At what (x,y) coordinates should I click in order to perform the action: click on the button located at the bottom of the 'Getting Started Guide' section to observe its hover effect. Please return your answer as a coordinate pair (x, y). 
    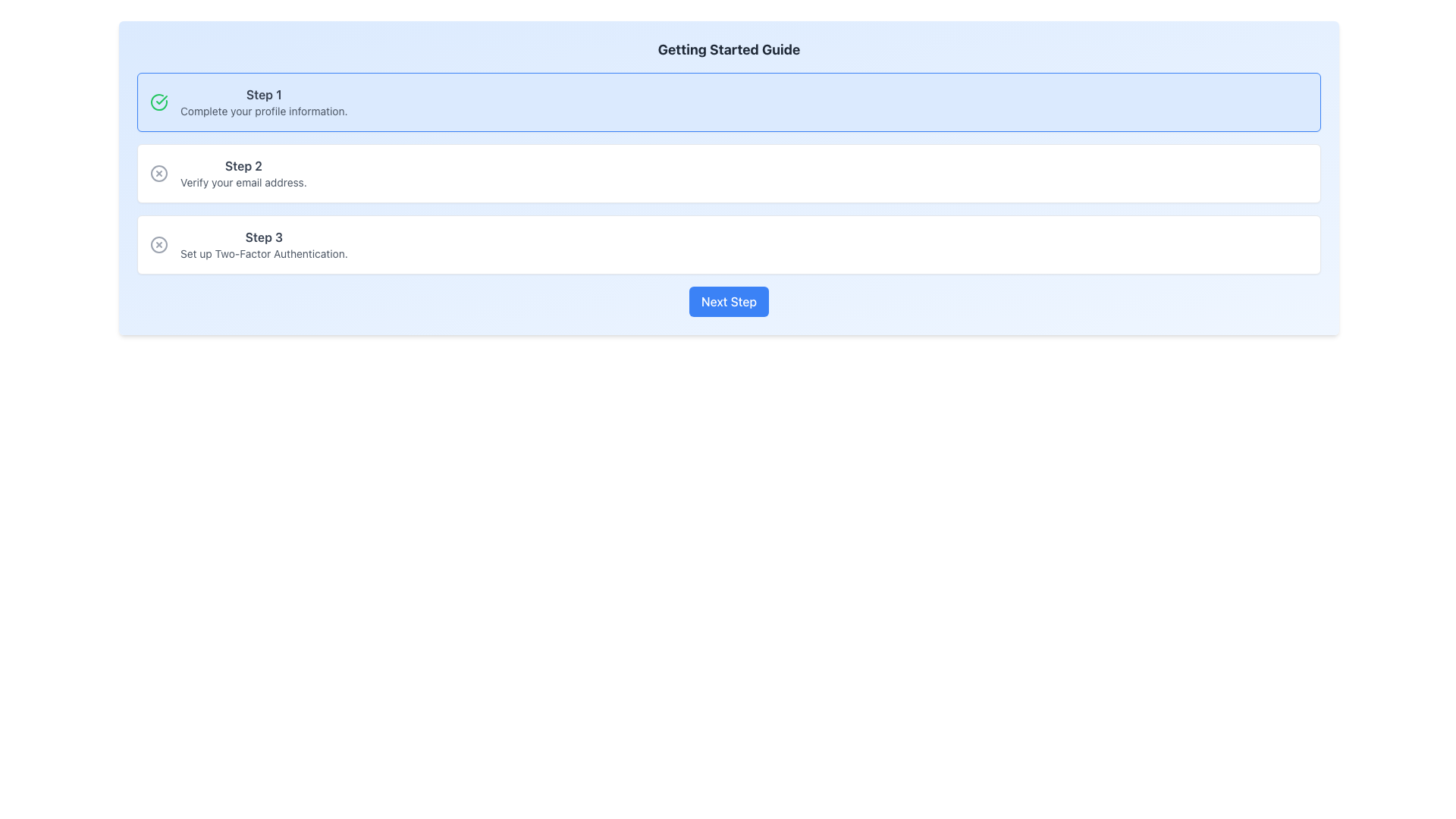
    Looking at the image, I should click on (729, 301).